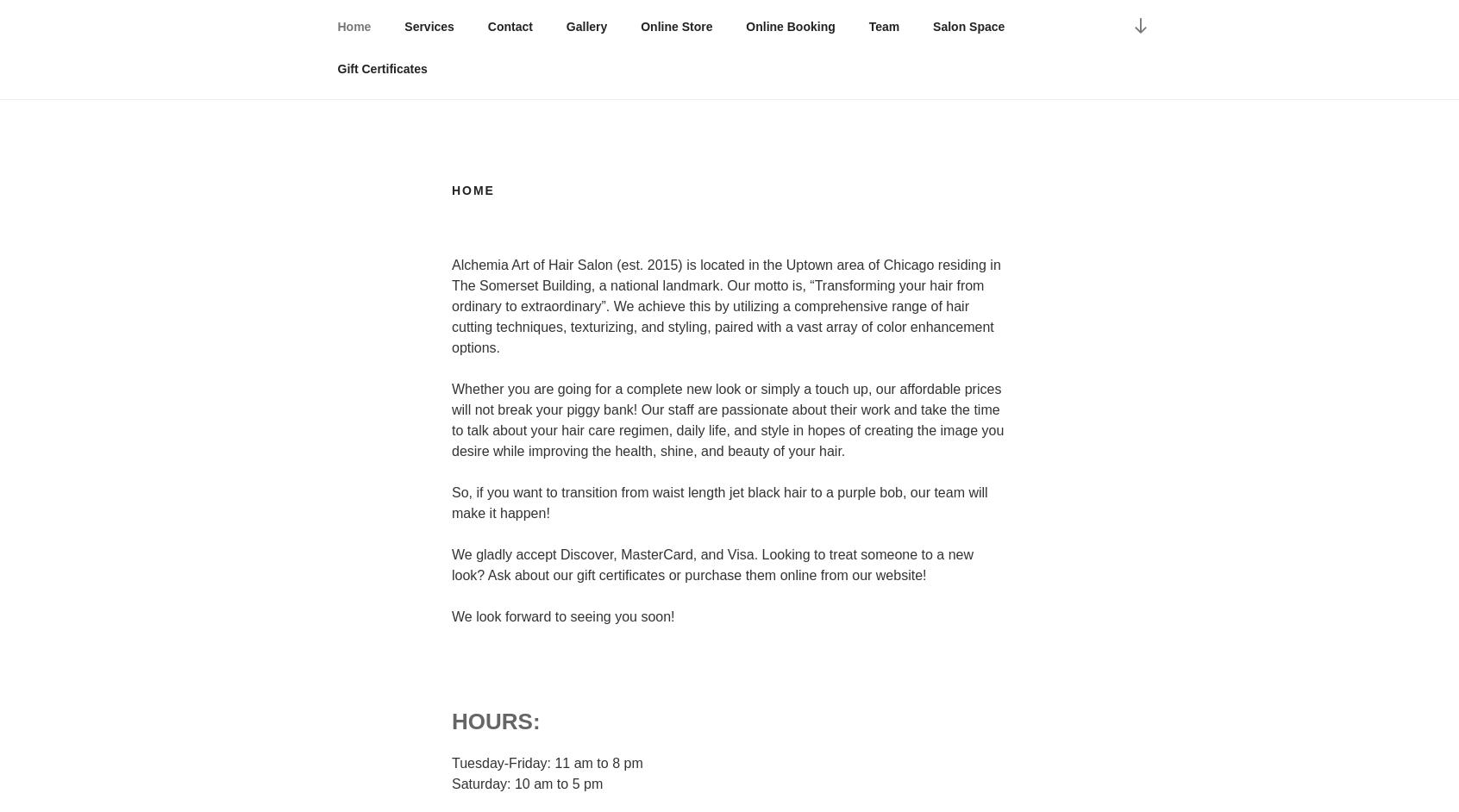  What do you see at coordinates (452, 563) in the screenshot?
I see `'We gladly accept Discover, MasterCard, and Visa. Looking to treat someone to a new look? Ask about our gift certificates or purchase them online from our website!'` at bounding box center [452, 563].